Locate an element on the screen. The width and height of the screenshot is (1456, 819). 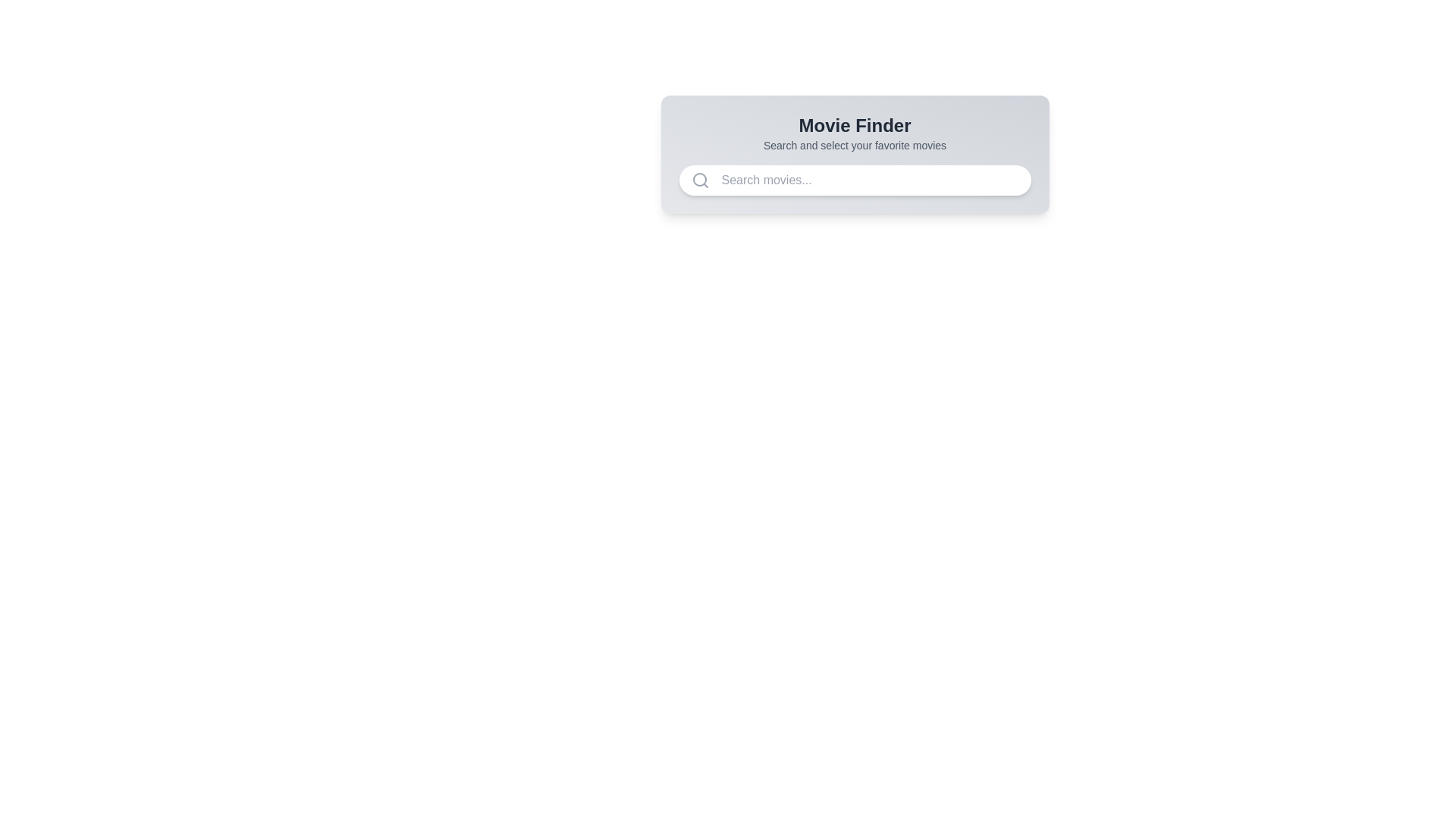
the magnifying glass icon representing the search function, located on the left side of the search bar, to potentially reveal tooltips is located at coordinates (699, 180).